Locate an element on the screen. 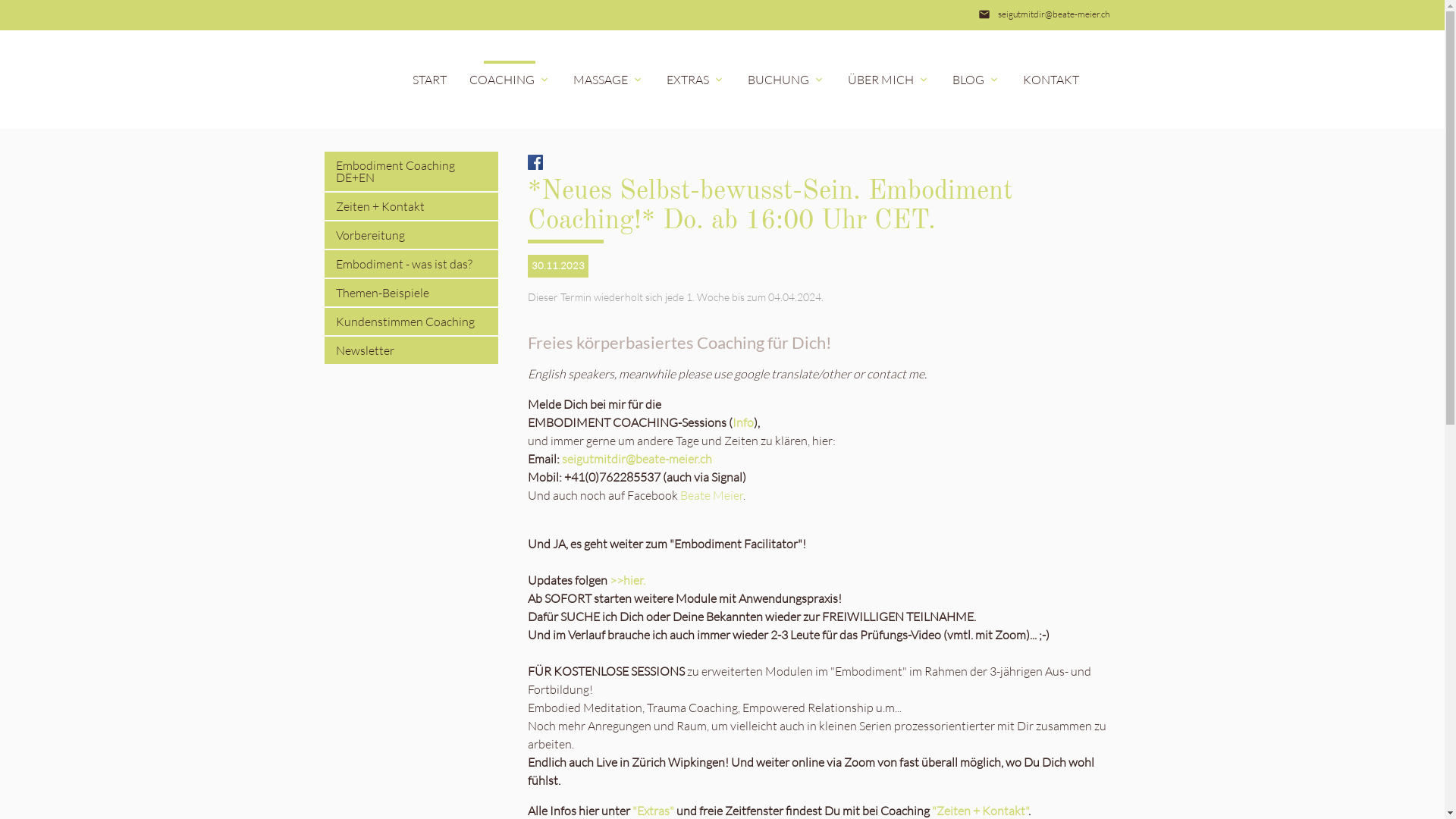  'EXTRAS is located at coordinates (655, 79).